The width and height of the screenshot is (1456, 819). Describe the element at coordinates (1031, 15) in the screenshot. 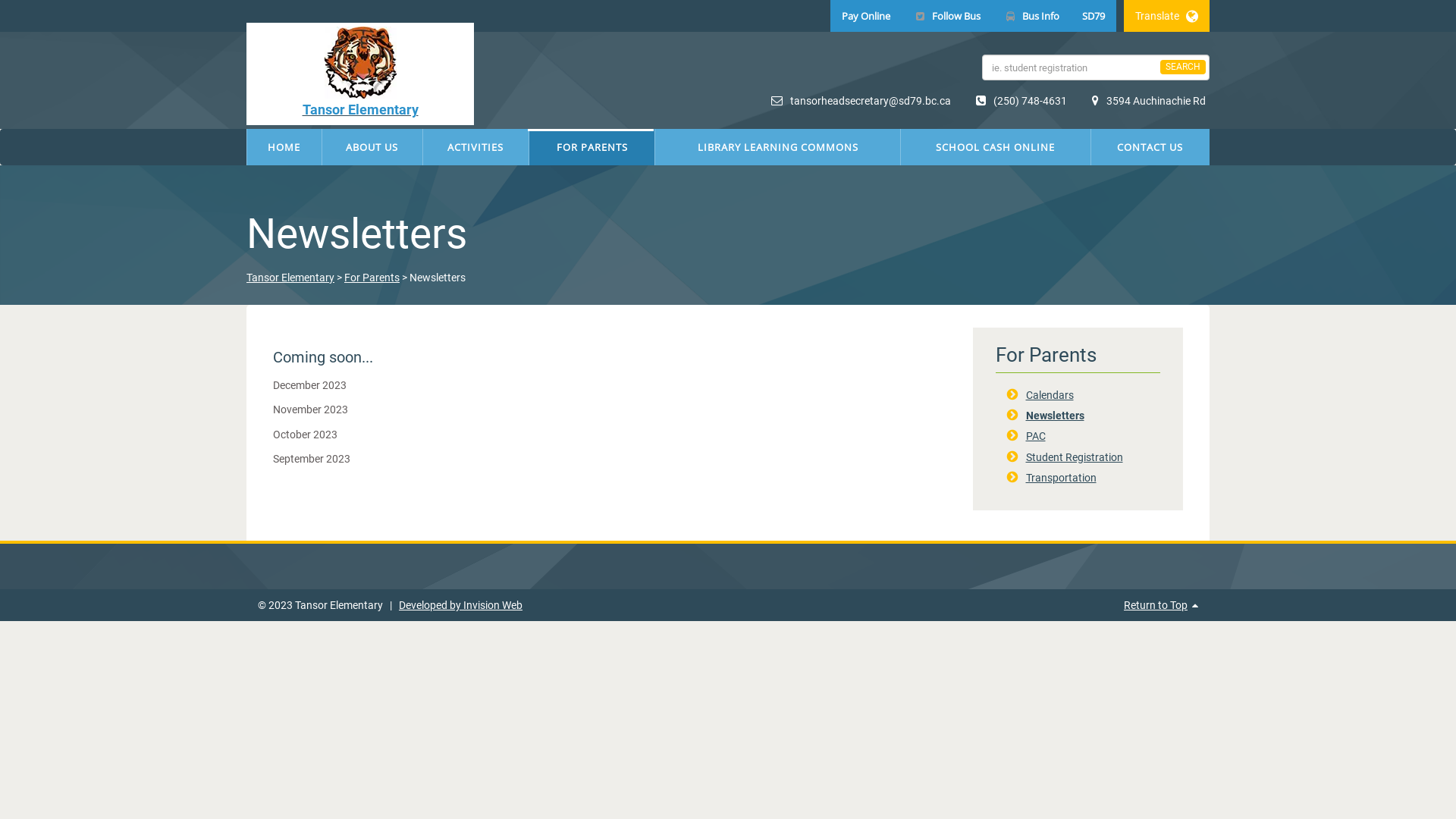

I see `'Bus Info'` at that location.